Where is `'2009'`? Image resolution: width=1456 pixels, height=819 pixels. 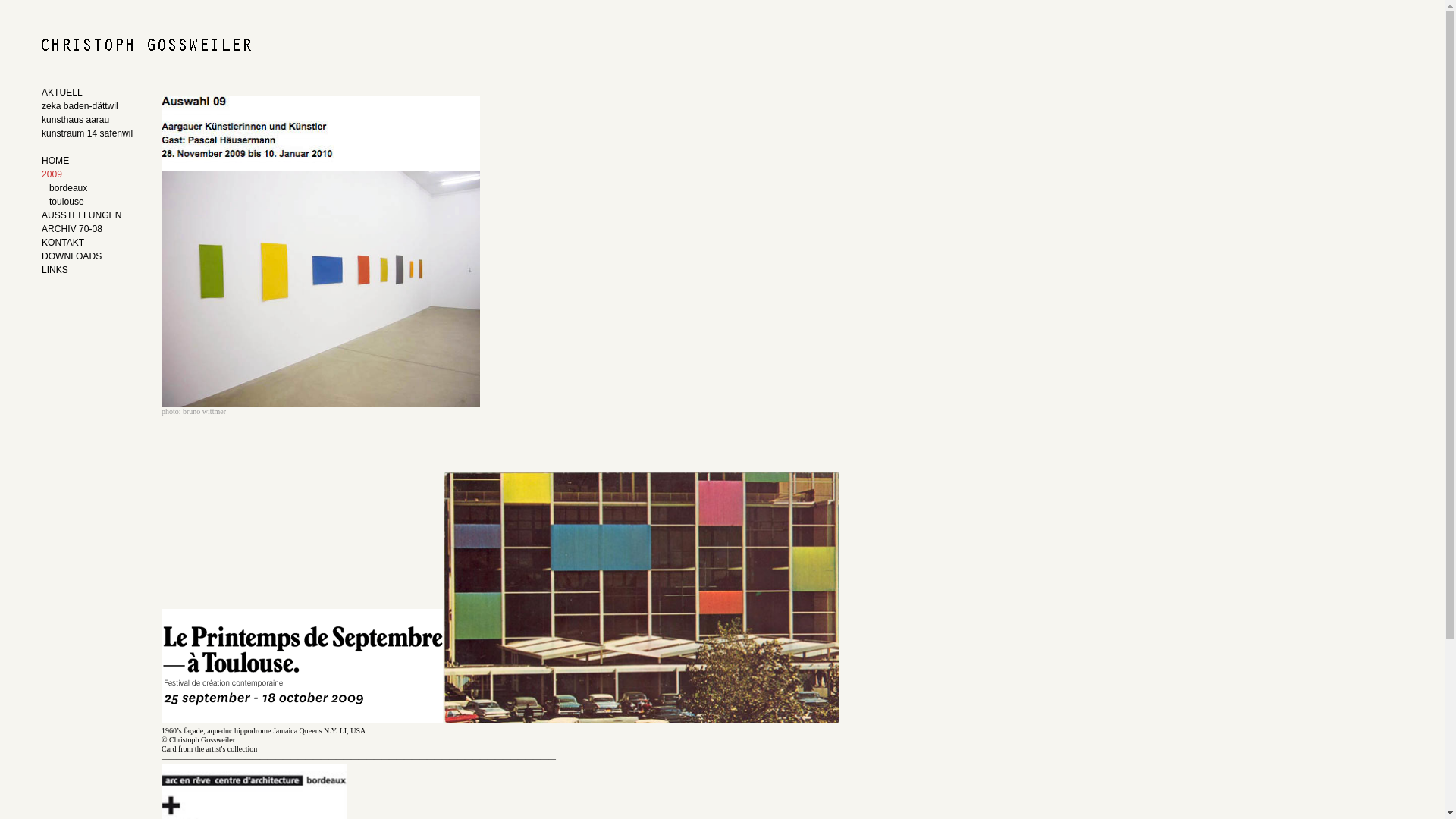 '2009' is located at coordinates (79, 174).